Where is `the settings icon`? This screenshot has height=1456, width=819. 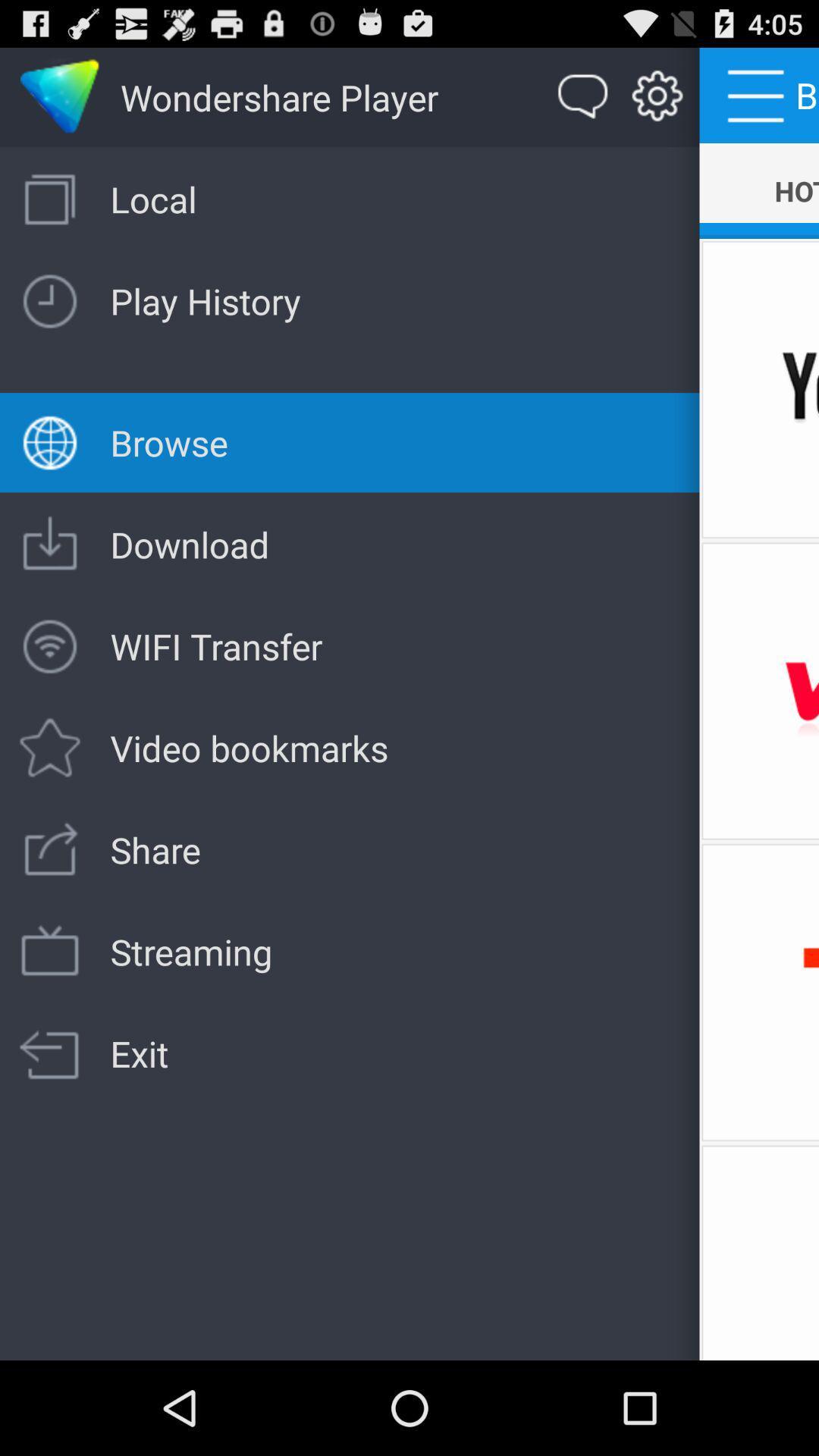 the settings icon is located at coordinates (657, 103).